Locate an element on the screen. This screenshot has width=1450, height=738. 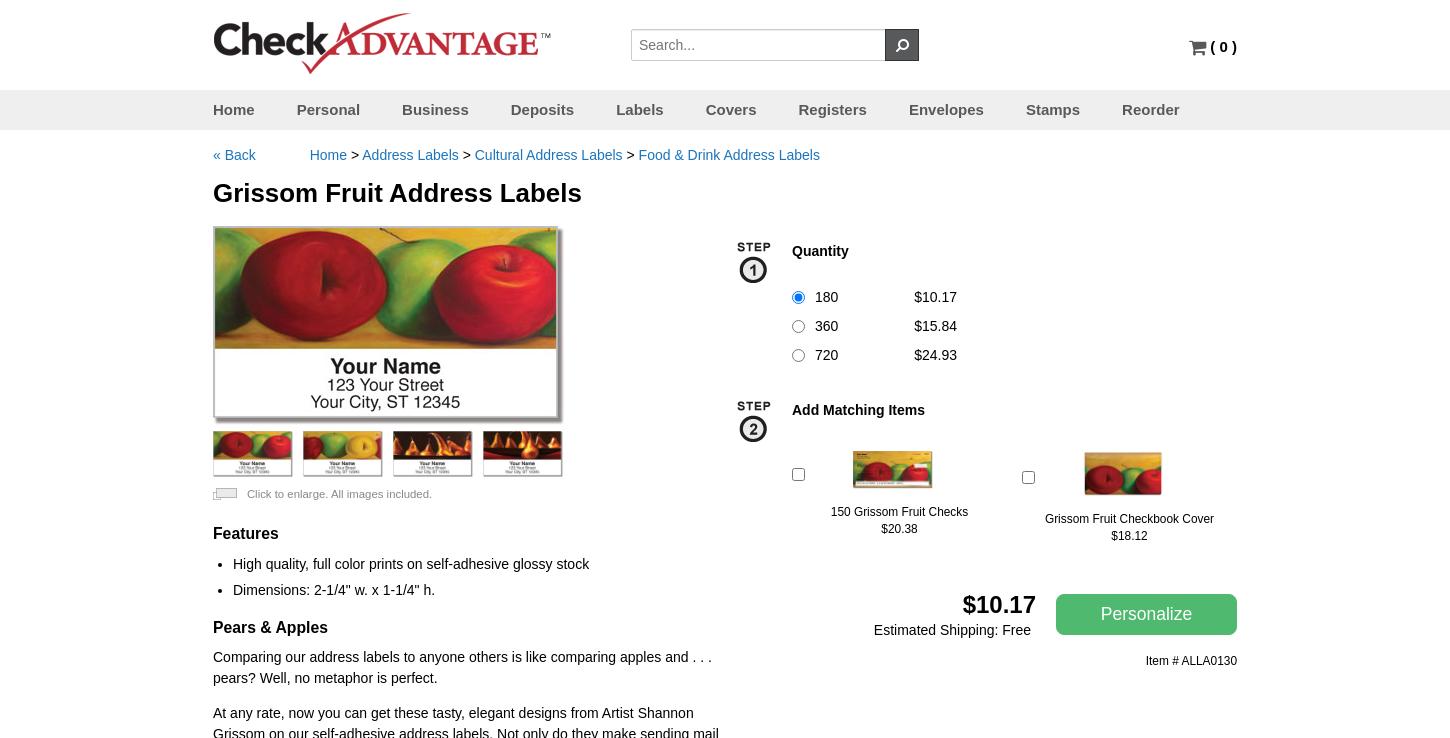
'( 0 )' is located at coordinates (1223, 46).